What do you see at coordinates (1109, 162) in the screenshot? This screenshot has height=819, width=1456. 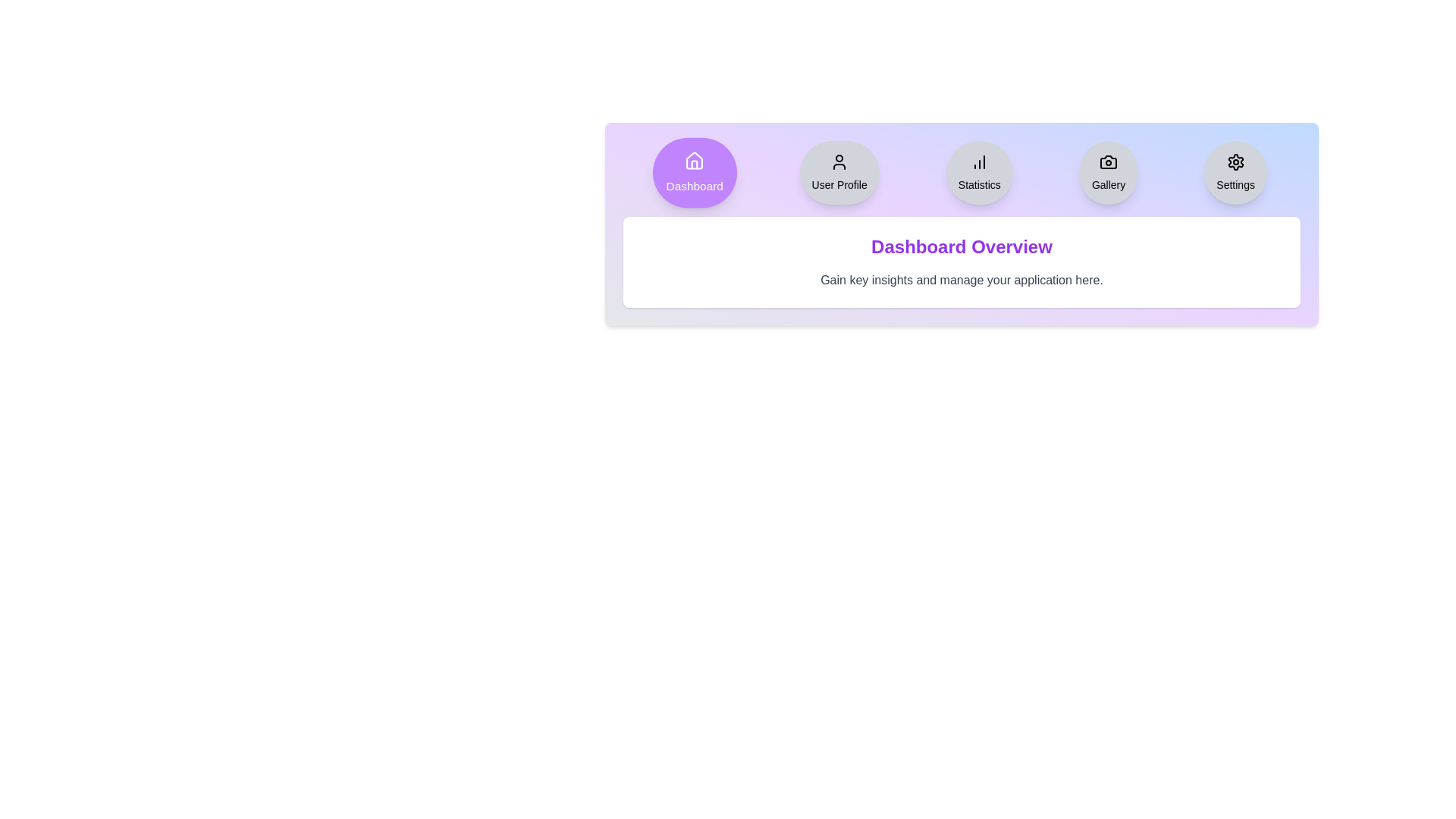 I see `the decorative Icon of the 'Gallery' button located in the top navigation bar` at bounding box center [1109, 162].